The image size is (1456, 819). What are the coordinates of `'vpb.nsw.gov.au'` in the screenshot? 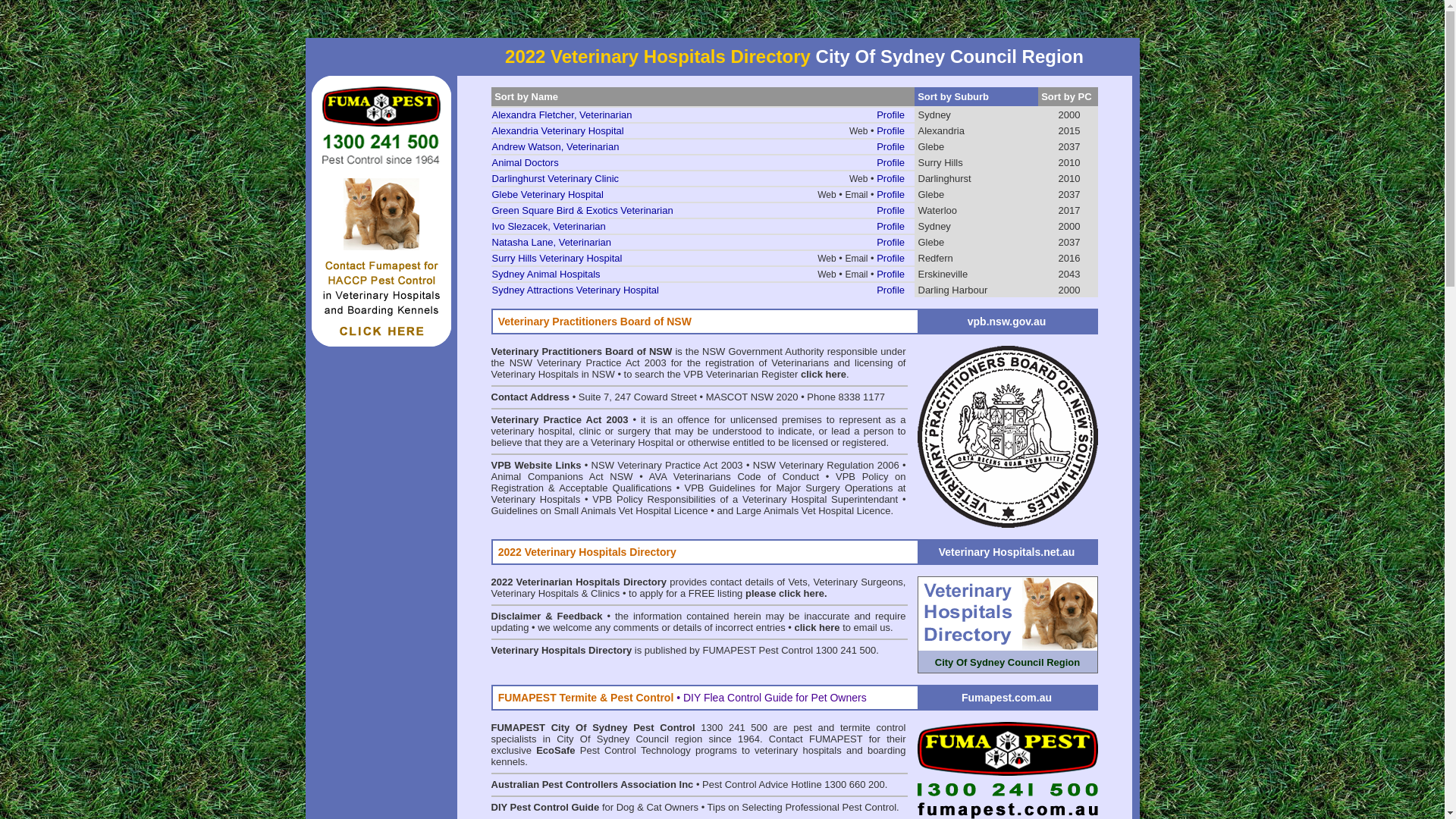 It's located at (967, 321).